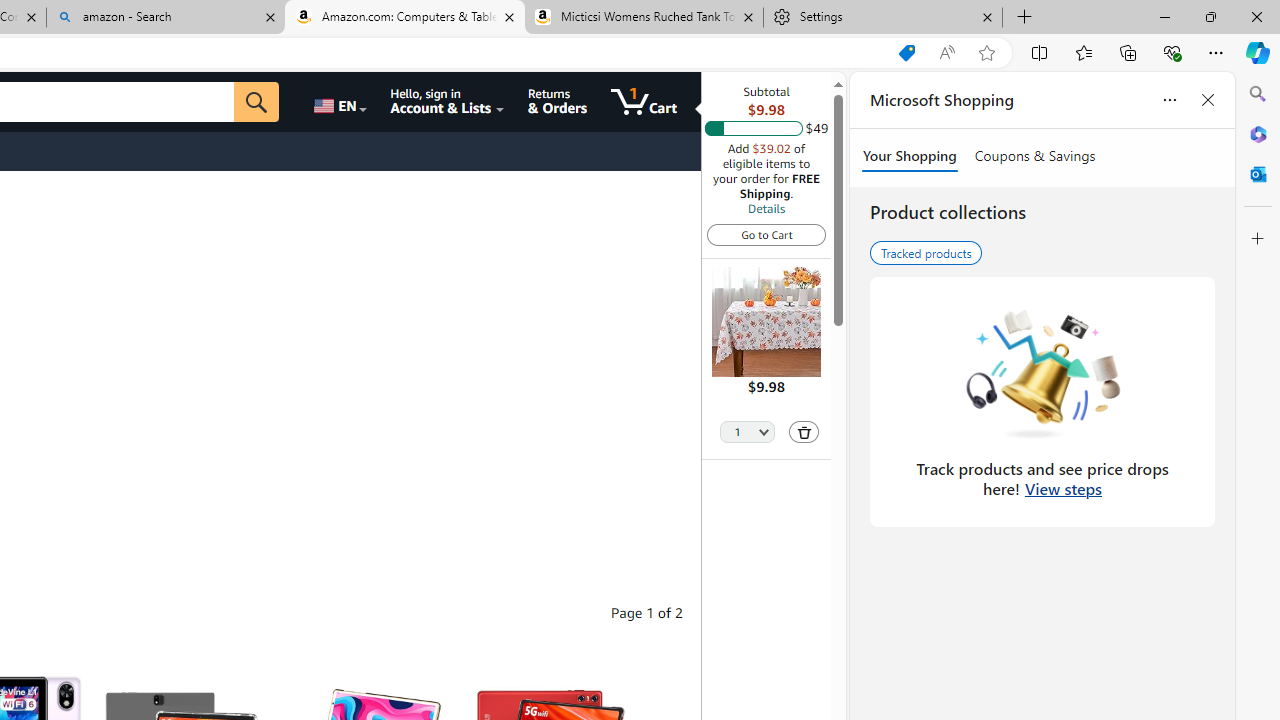 The height and width of the screenshot is (720, 1280). What do you see at coordinates (447, 101) in the screenshot?
I see `'Hello, sign in Account & Lists'` at bounding box center [447, 101].